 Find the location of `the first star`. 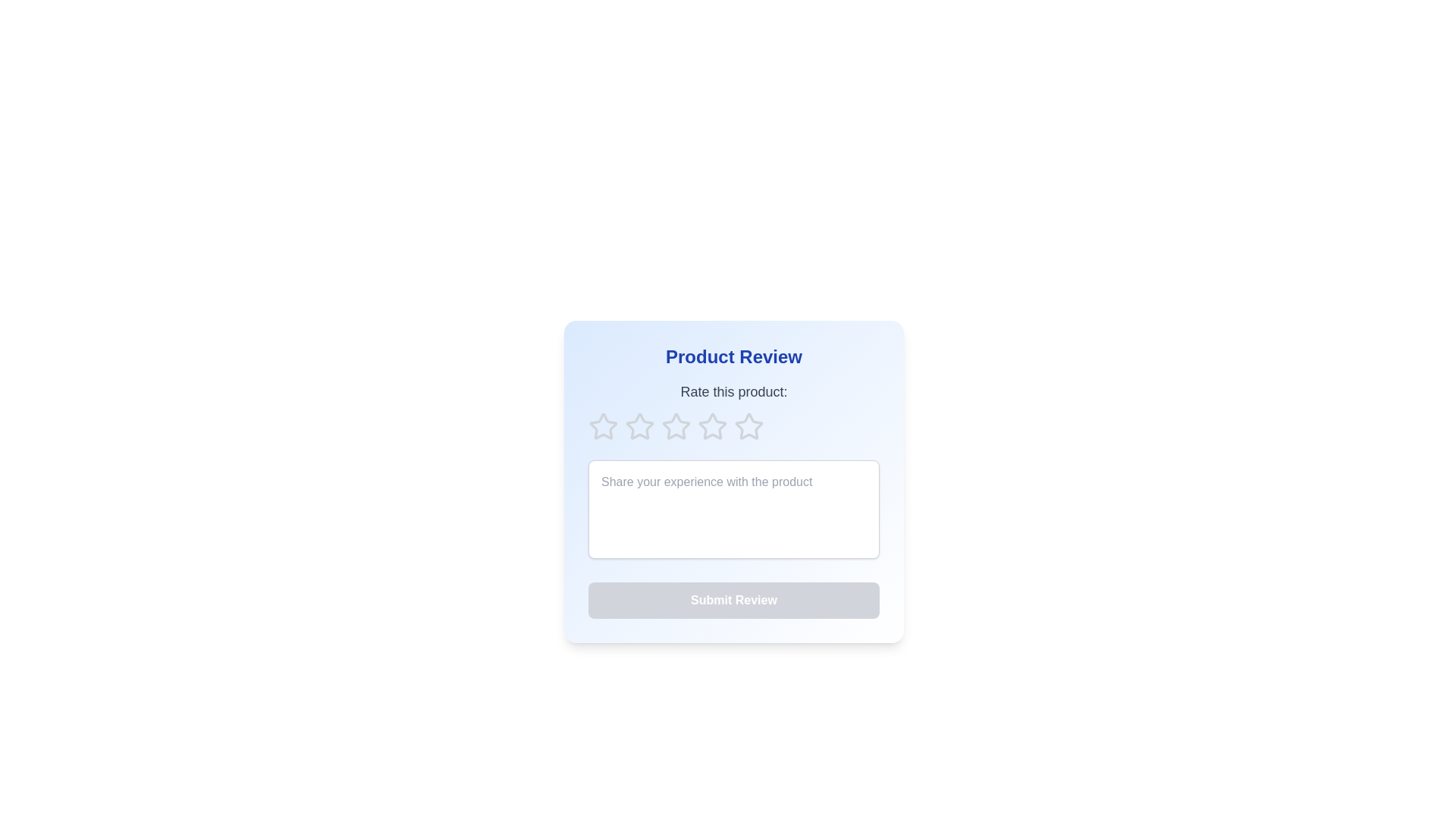

the first star is located at coordinates (640, 426).